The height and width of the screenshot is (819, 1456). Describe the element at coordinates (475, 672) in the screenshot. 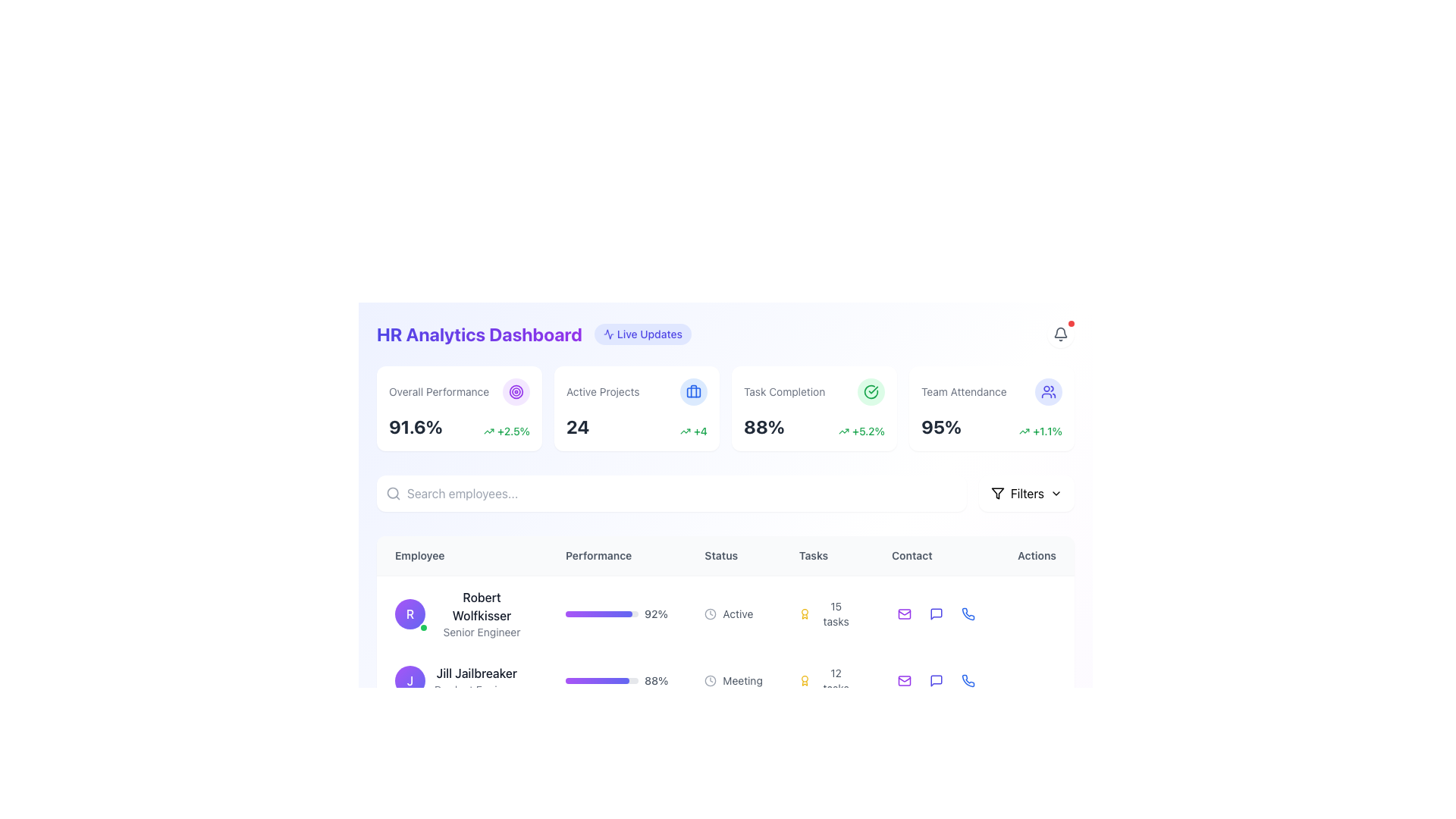

I see `the text label displaying the employee's name in the second entry of the 'Employee' column, located below Robert Wolfkisser` at that location.